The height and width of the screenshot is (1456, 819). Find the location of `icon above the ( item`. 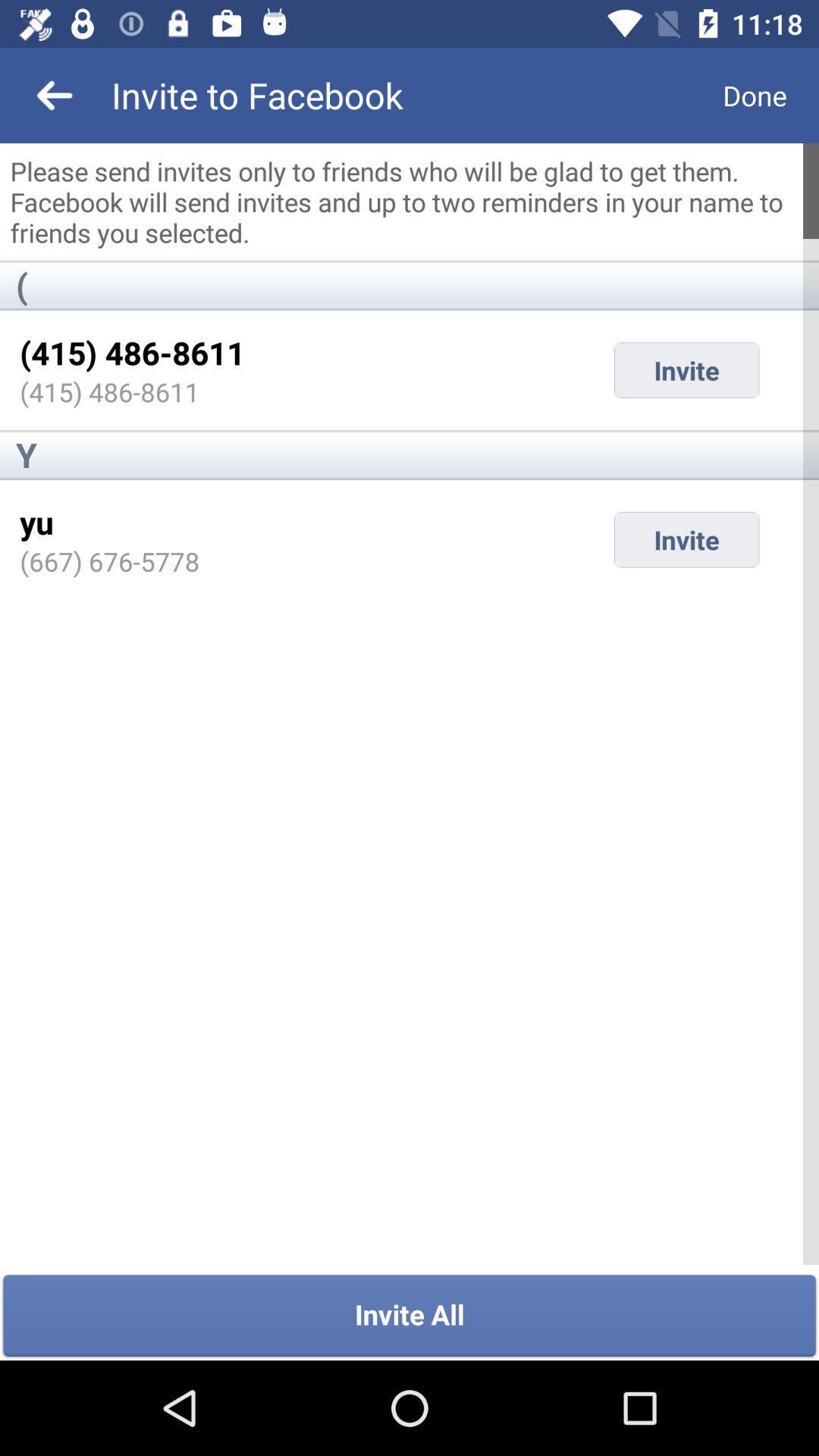

icon above the ( item is located at coordinates (409, 201).